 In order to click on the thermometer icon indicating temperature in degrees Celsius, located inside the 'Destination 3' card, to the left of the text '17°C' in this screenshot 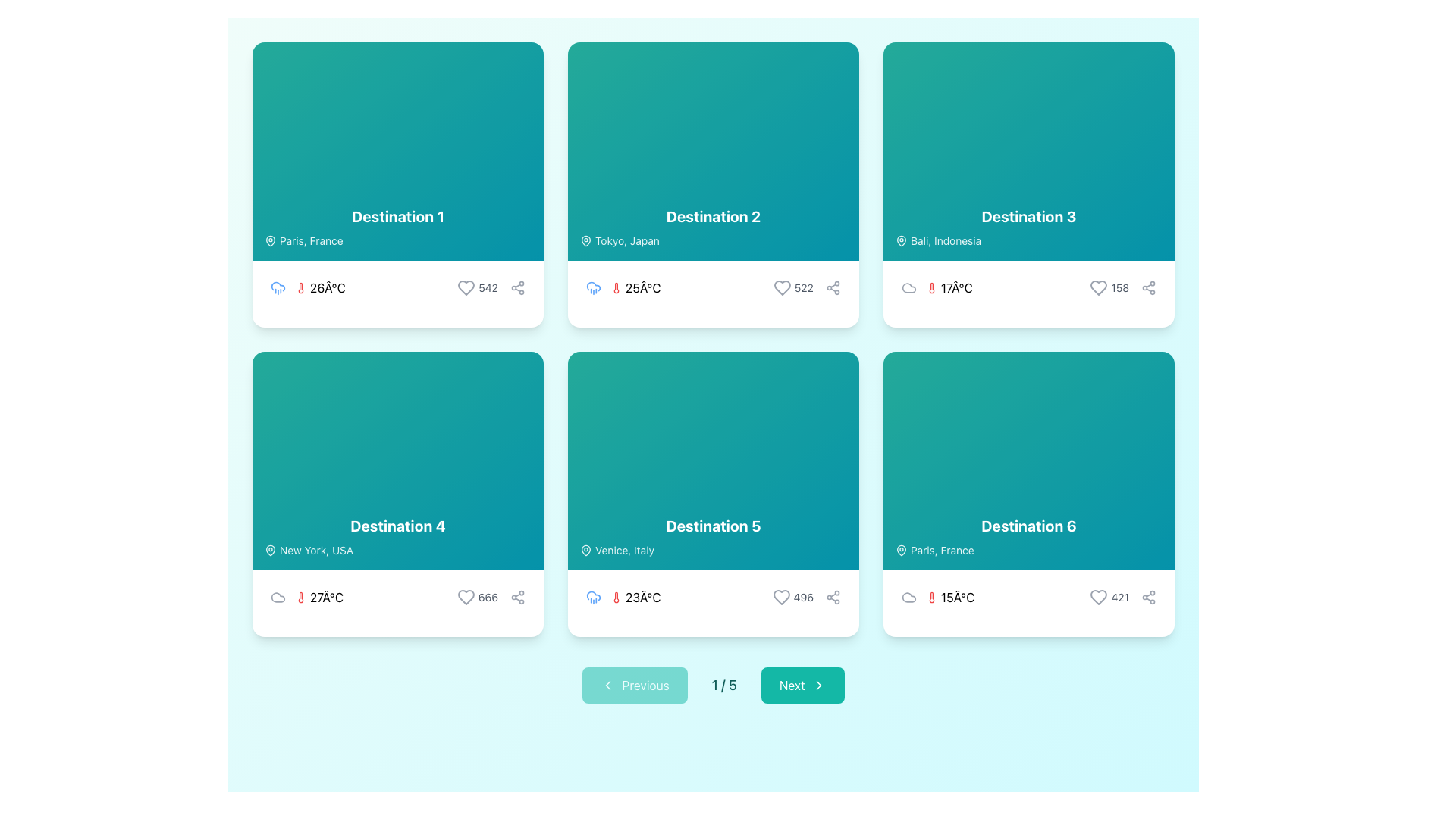, I will do `click(930, 288)`.